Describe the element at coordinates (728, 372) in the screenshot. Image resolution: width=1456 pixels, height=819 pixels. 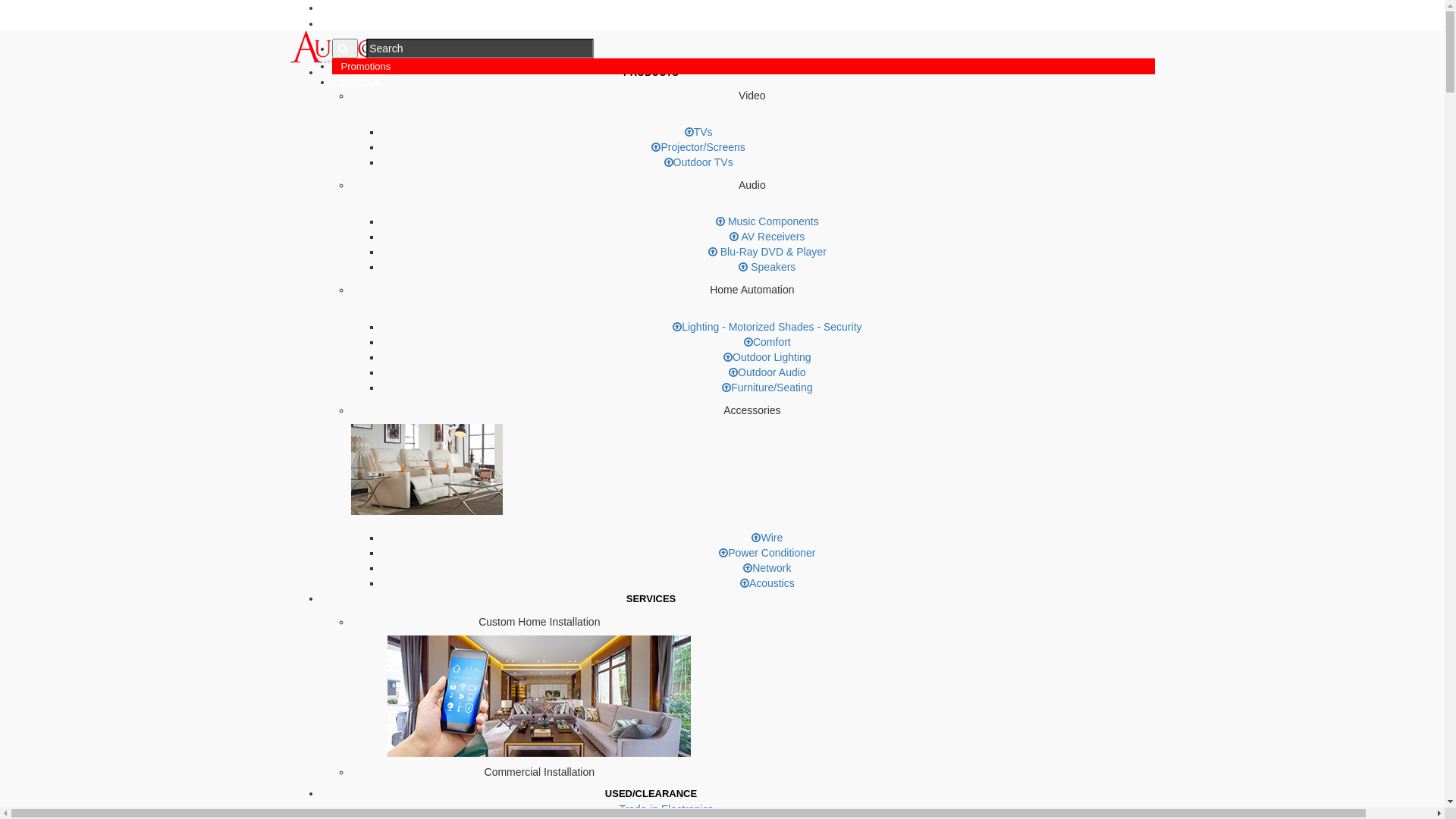
I see `'Outdoor Audio'` at that location.